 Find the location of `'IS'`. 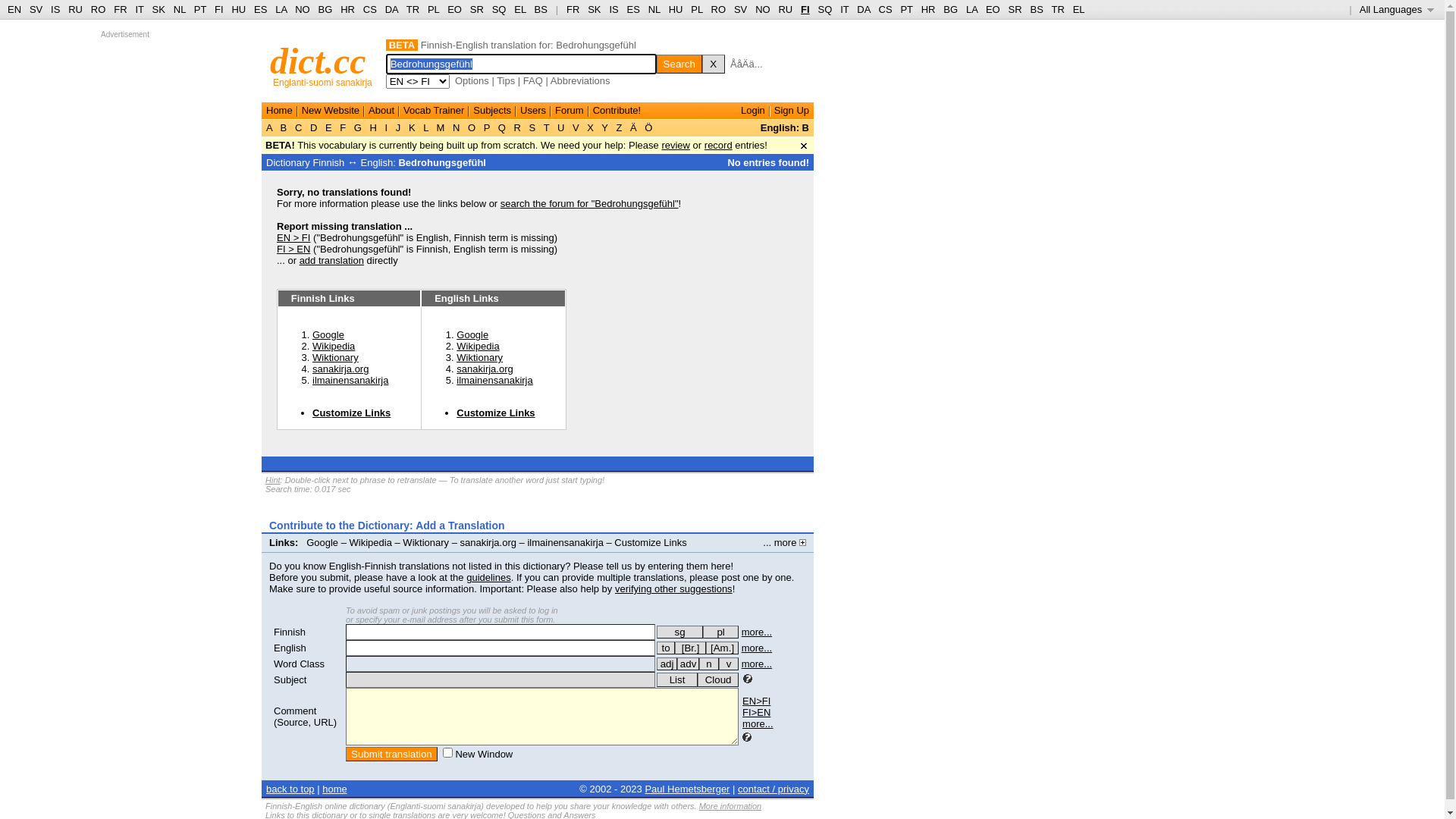

'IS' is located at coordinates (55, 9).